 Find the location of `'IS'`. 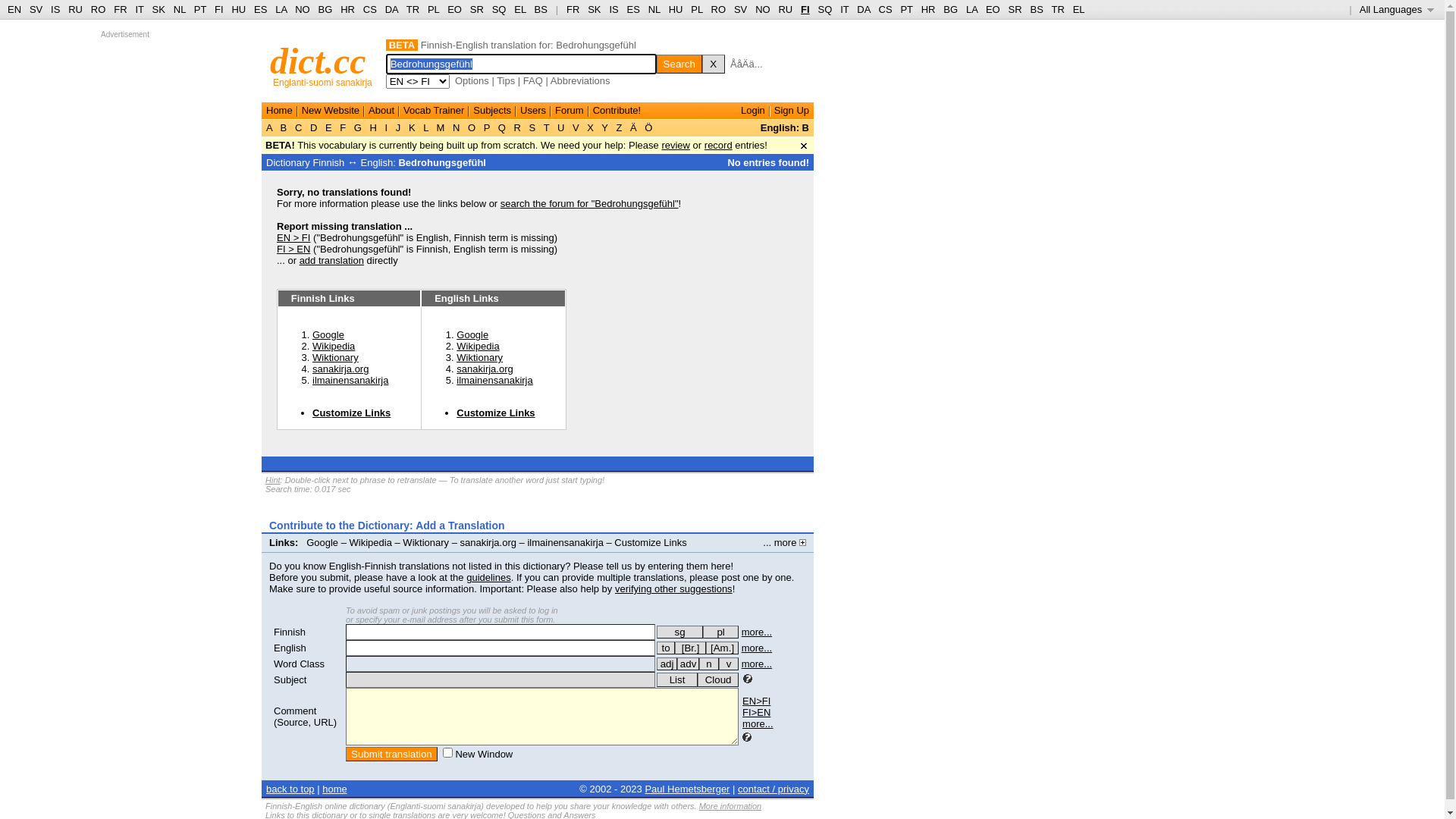

'IS' is located at coordinates (55, 9).